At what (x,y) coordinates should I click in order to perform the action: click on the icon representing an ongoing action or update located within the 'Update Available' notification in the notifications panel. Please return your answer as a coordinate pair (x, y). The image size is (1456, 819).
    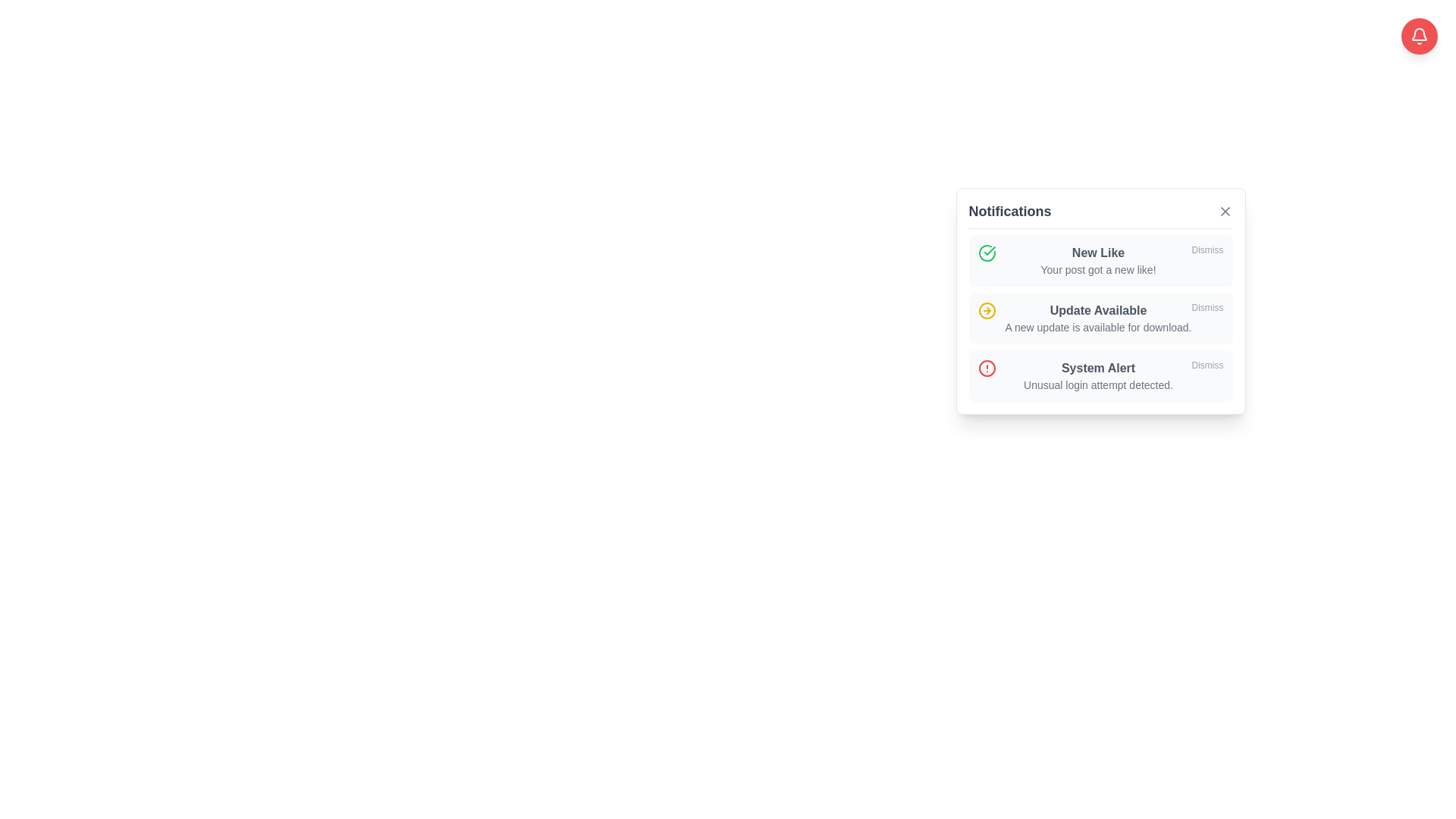
    Looking at the image, I should click on (987, 309).